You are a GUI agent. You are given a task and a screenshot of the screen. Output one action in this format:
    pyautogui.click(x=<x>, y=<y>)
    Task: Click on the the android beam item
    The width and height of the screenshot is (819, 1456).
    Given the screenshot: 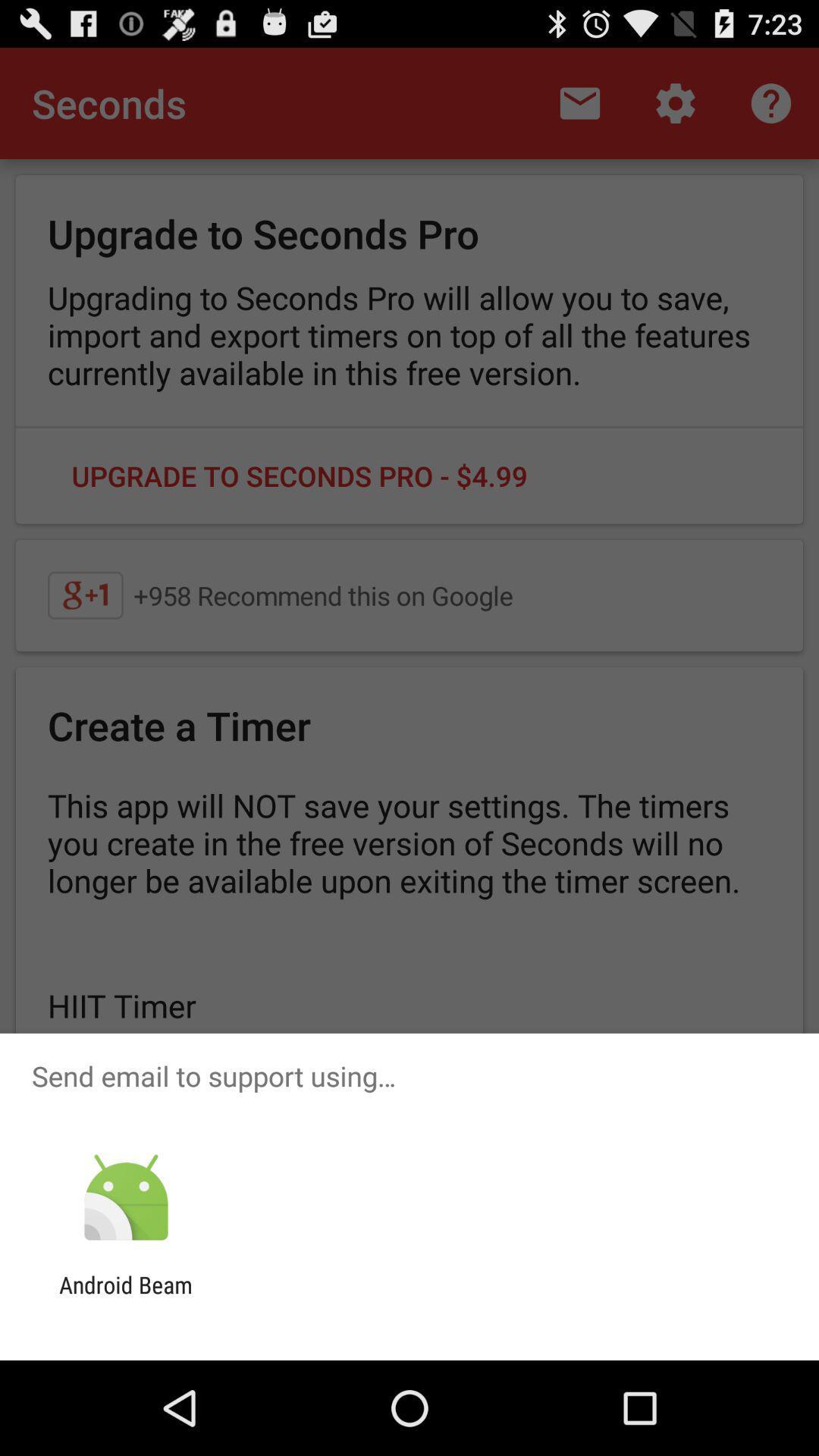 What is the action you would take?
    pyautogui.click(x=125, y=1298)
    